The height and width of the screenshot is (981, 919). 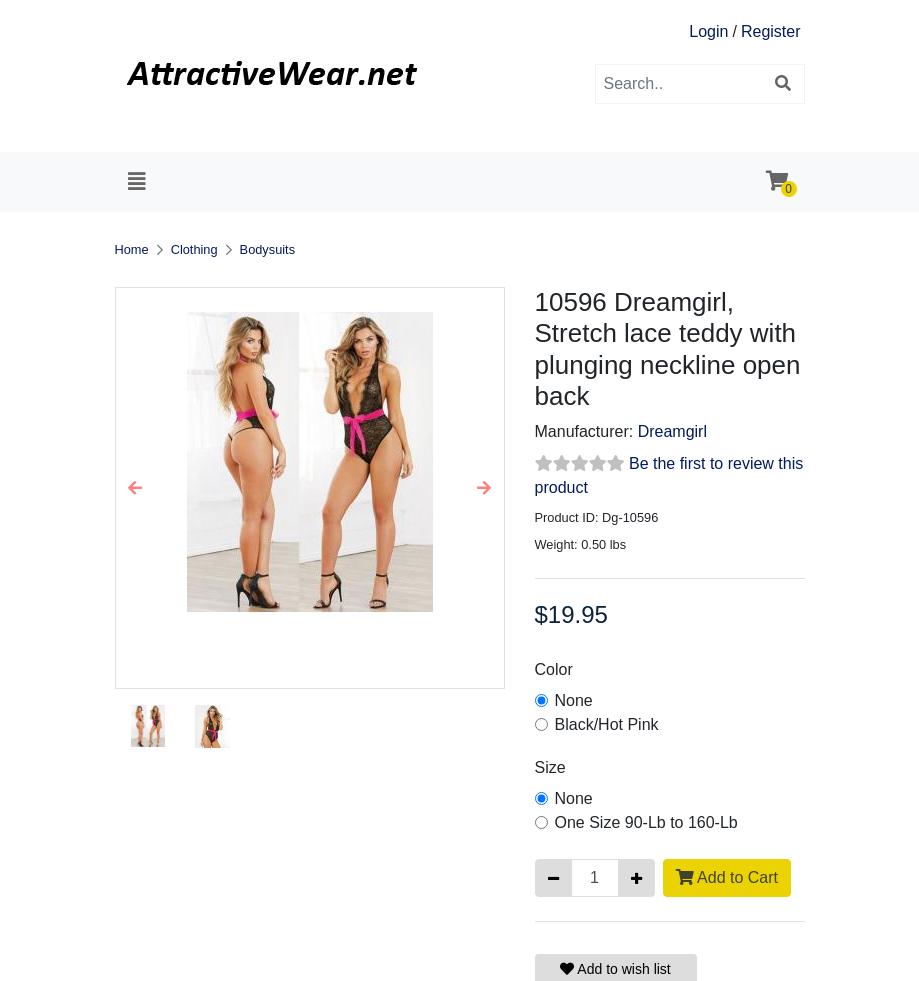 I want to click on '$19.95', so click(x=570, y=614).